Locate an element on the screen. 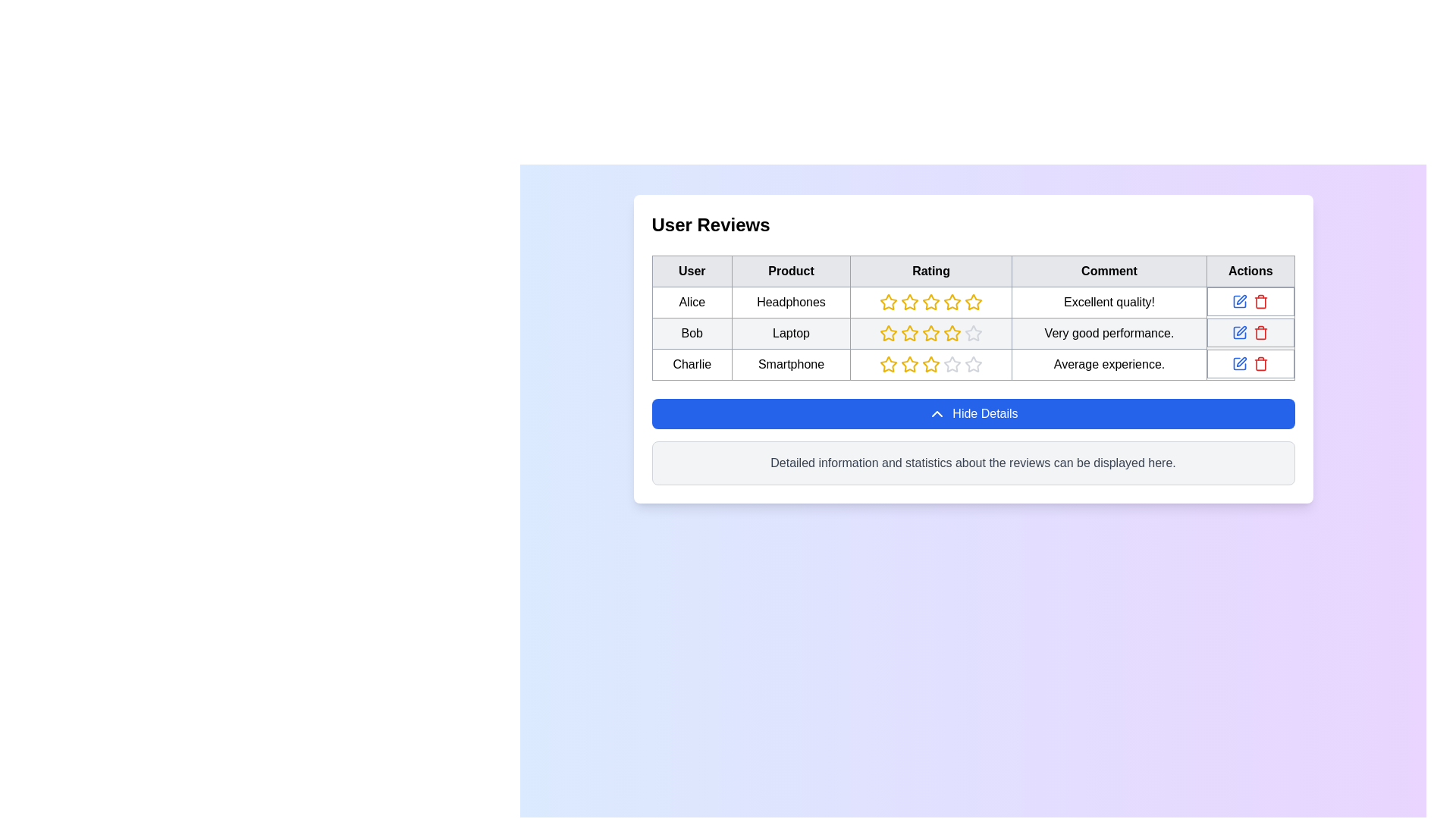 This screenshot has height=819, width=1456. the first star in the rating feature for the product 'Headphones' corresponding to 'Alice' to interact or change the rating is located at coordinates (888, 302).